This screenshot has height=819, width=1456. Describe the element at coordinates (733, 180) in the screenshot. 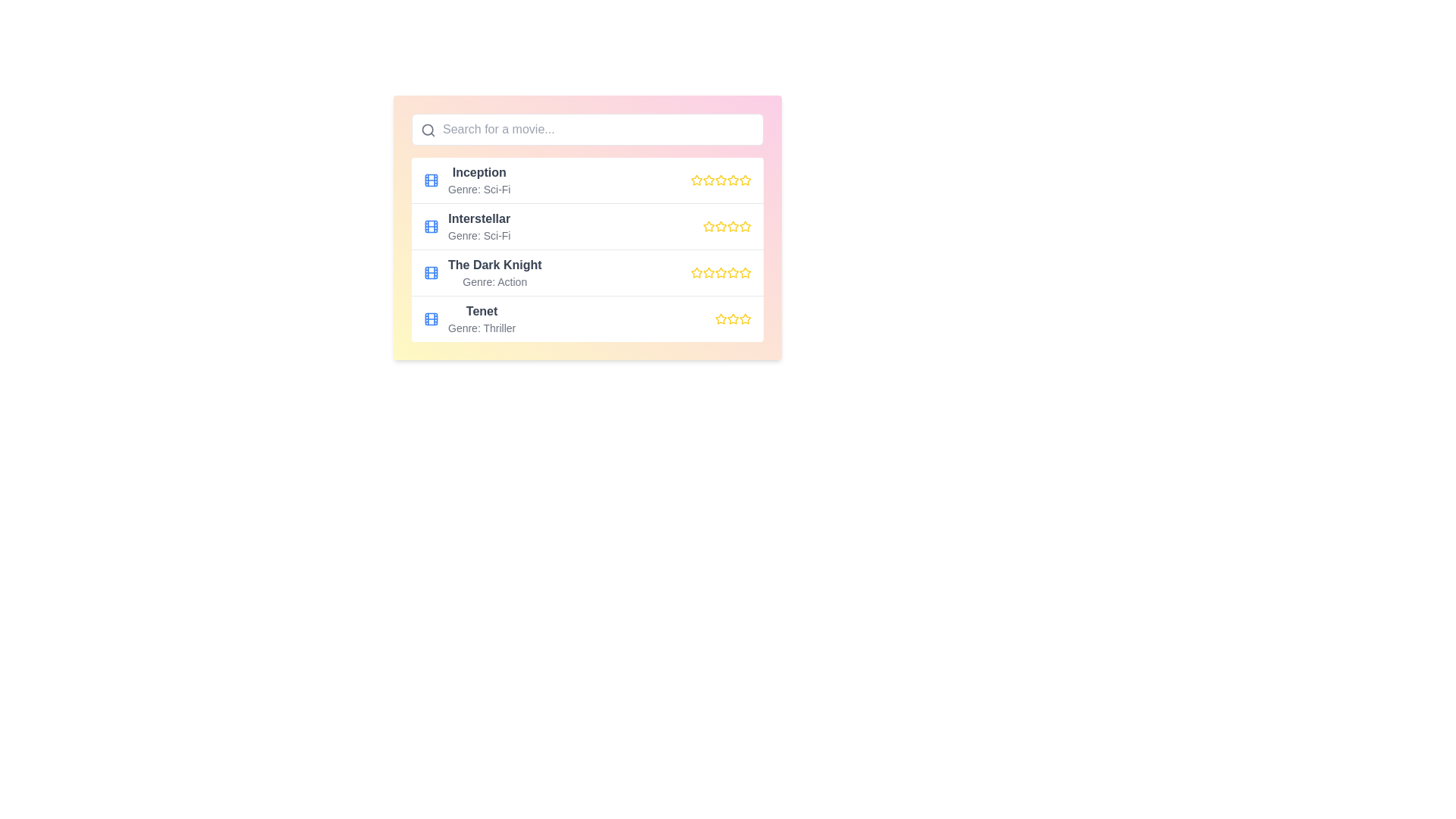

I see `the sixth yellow star icon used for rating next to the text 'Inception' under the 'Genre: Sci-Fi' entry` at that location.